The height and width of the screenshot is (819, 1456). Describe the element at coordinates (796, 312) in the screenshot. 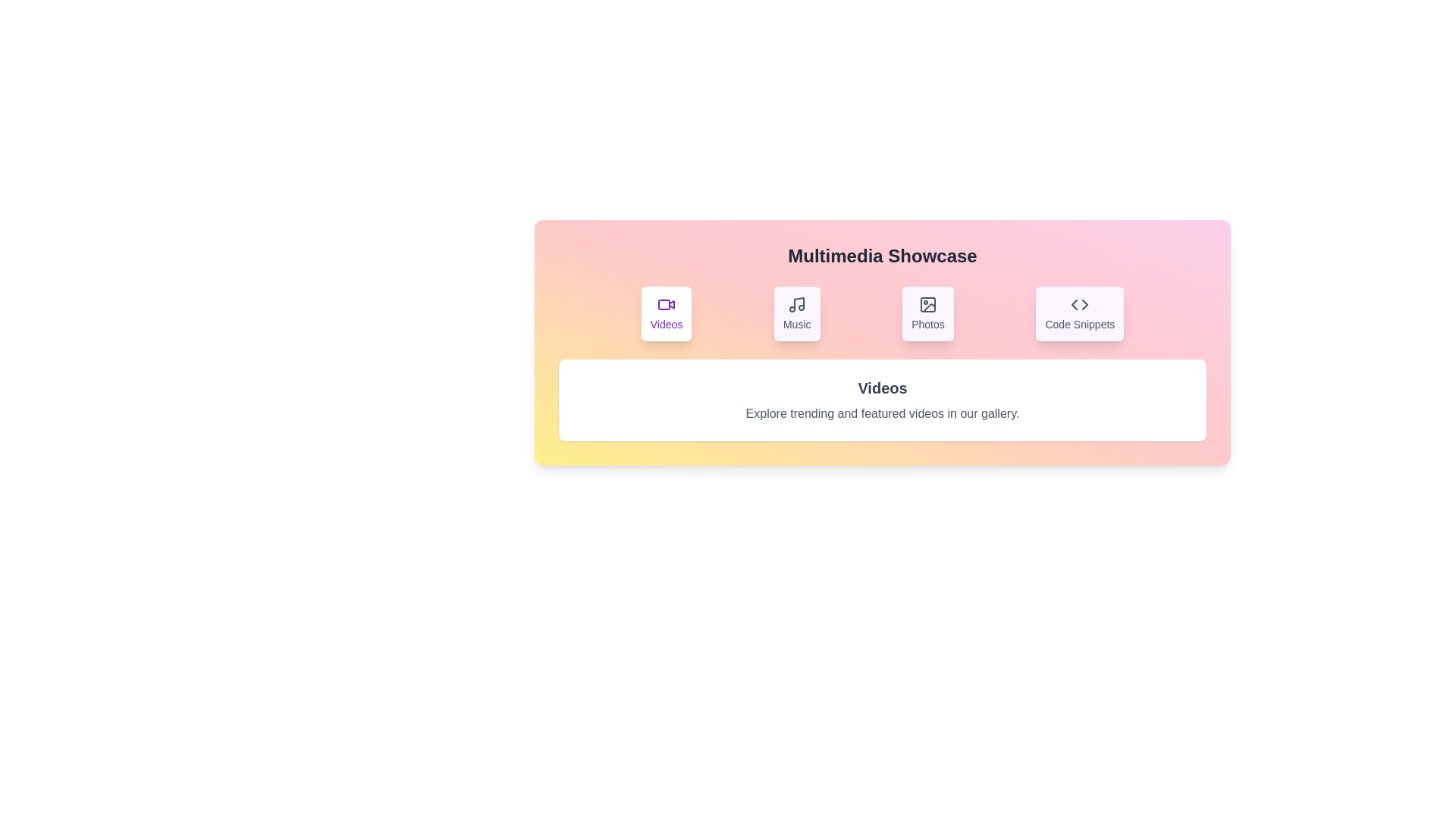

I see `the Music tab to view its content` at that location.